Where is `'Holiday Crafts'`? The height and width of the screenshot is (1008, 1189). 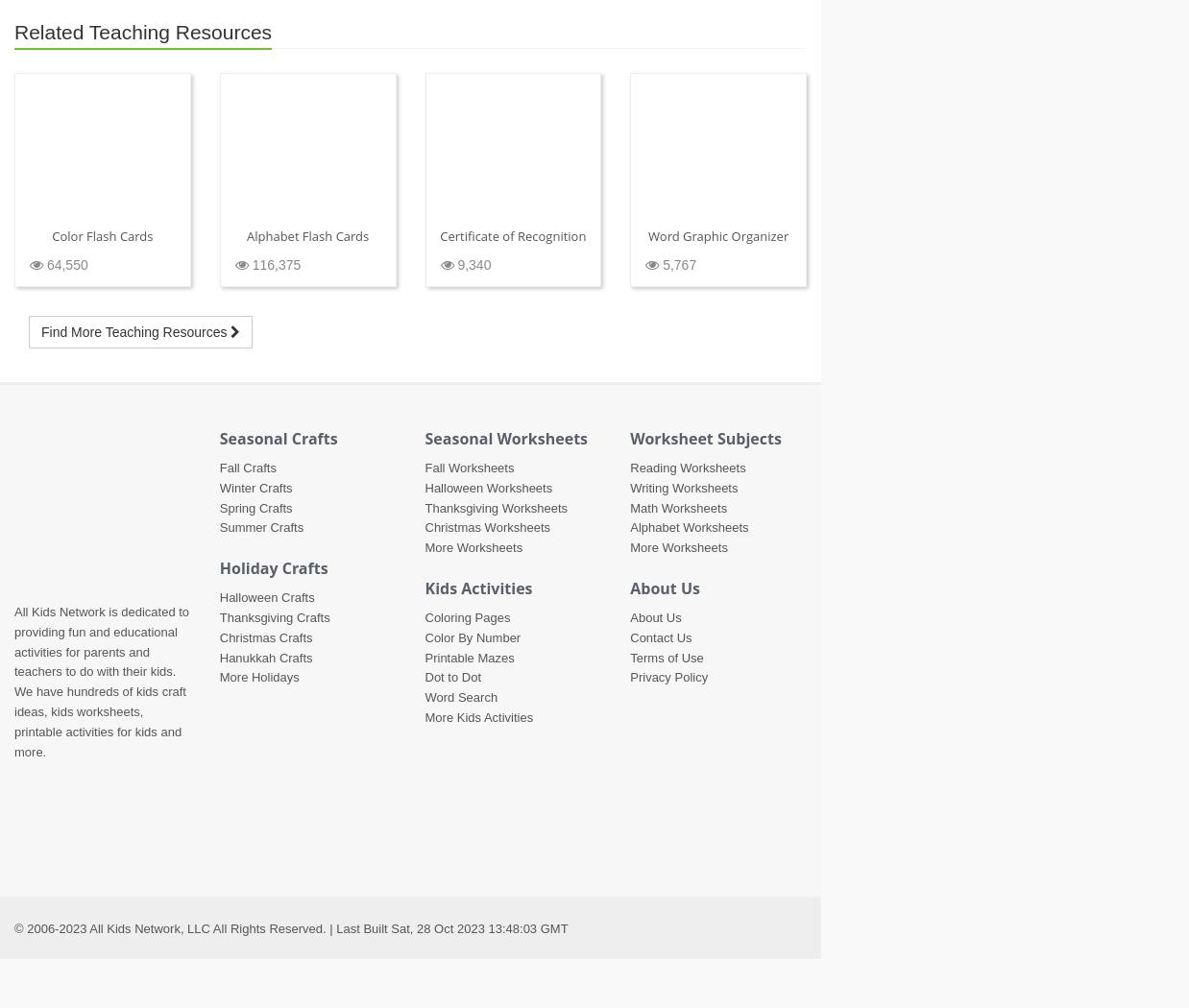 'Holiday Crafts' is located at coordinates (272, 566).